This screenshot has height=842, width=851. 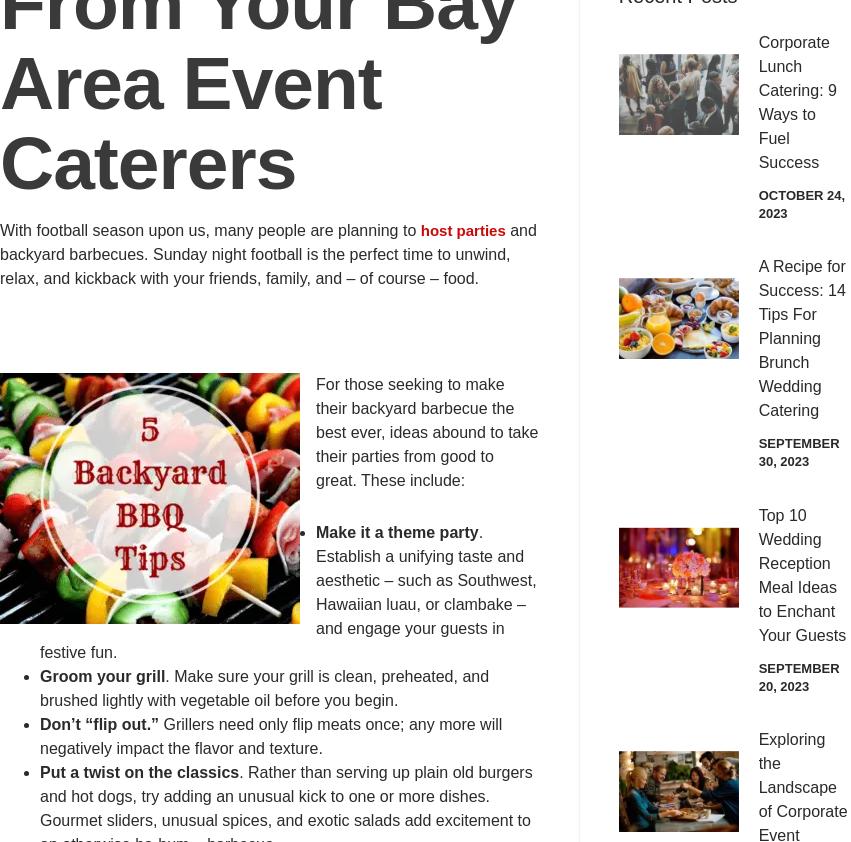 What do you see at coordinates (797, 451) in the screenshot?
I see `'September 30, 2023'` at bounding box center [797, 451].